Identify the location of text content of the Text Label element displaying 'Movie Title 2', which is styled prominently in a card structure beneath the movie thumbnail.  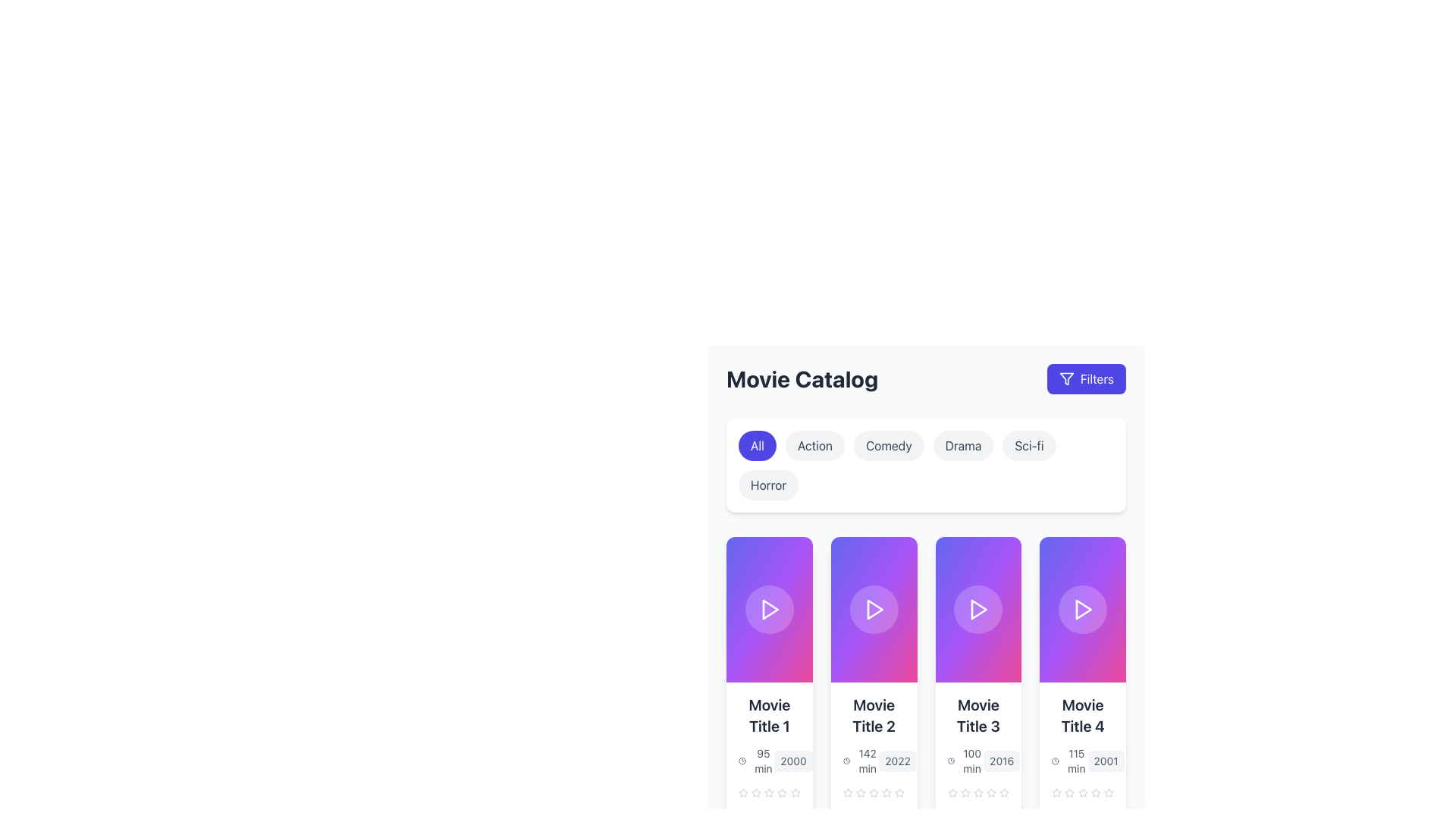
(874, 716).